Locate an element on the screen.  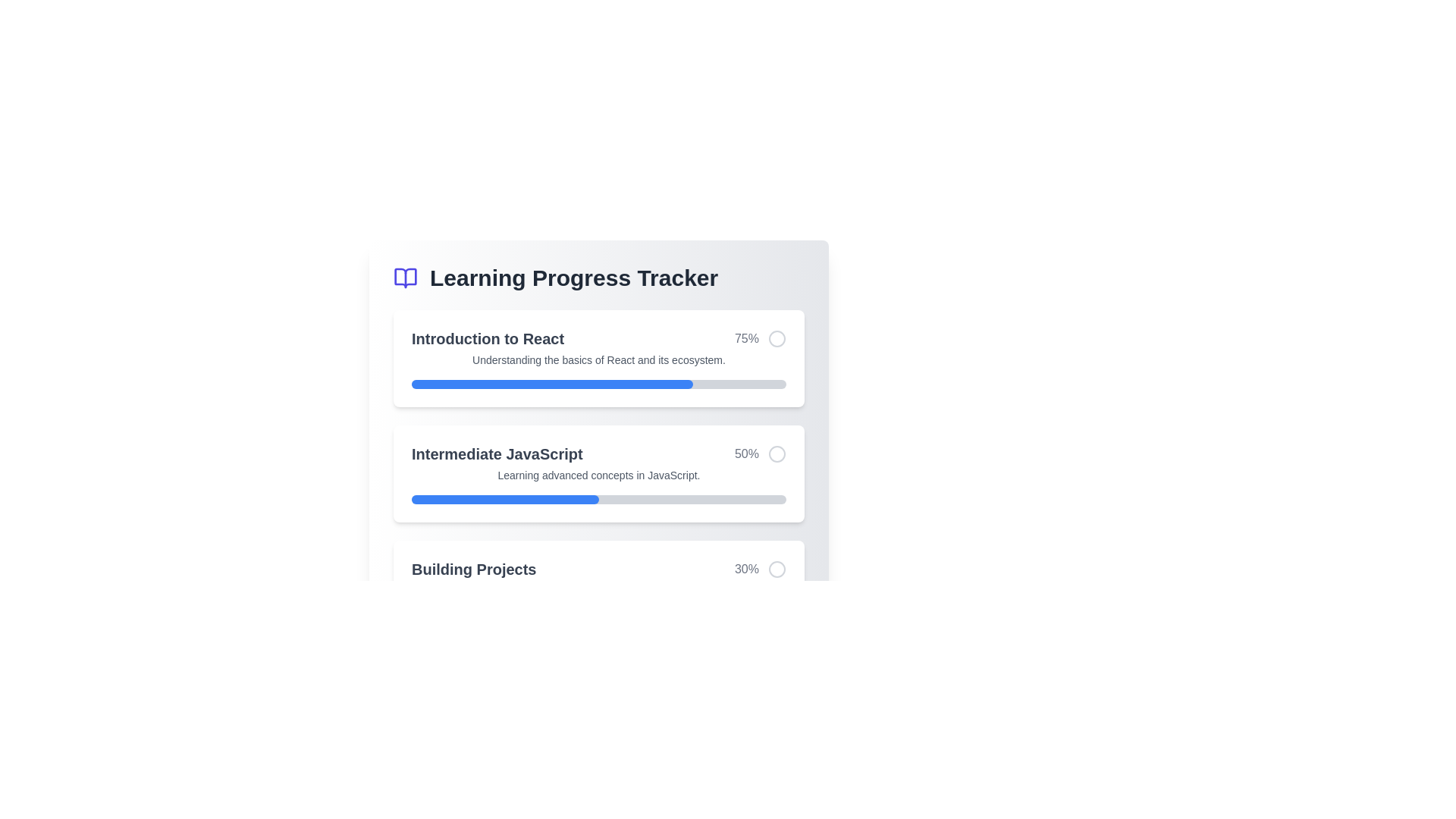
text label that says 'Understanding the basics of React and its ecosystem.' which is styled with gray font and located beneath the title 'Introduction to React' in the learning module card is located at coordinates (598, 359).